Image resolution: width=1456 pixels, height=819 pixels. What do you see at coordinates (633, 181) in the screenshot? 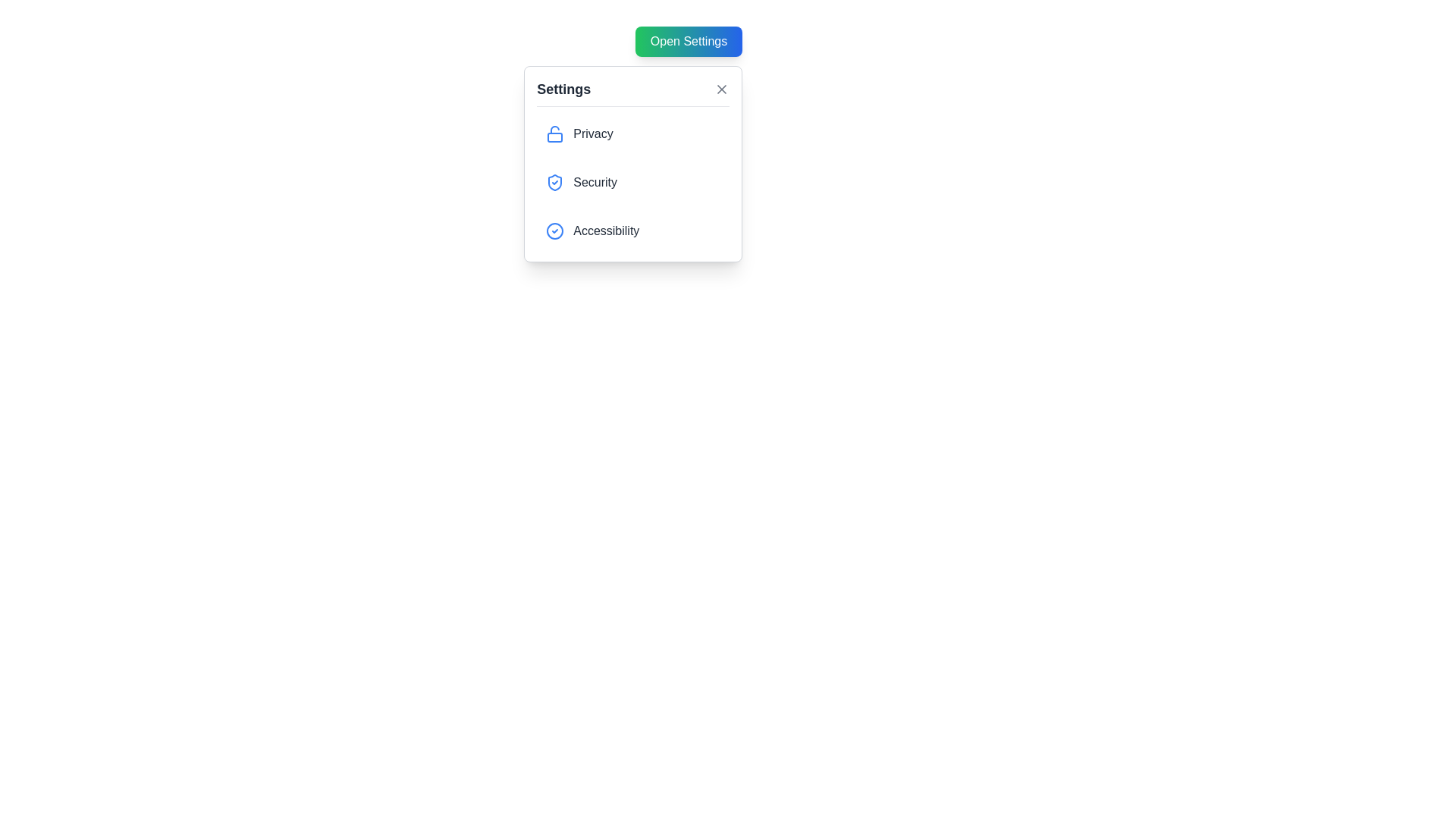
I see `the 'Security' menu option, which is the second item in the settings menu` at bounding box center [633, 181].